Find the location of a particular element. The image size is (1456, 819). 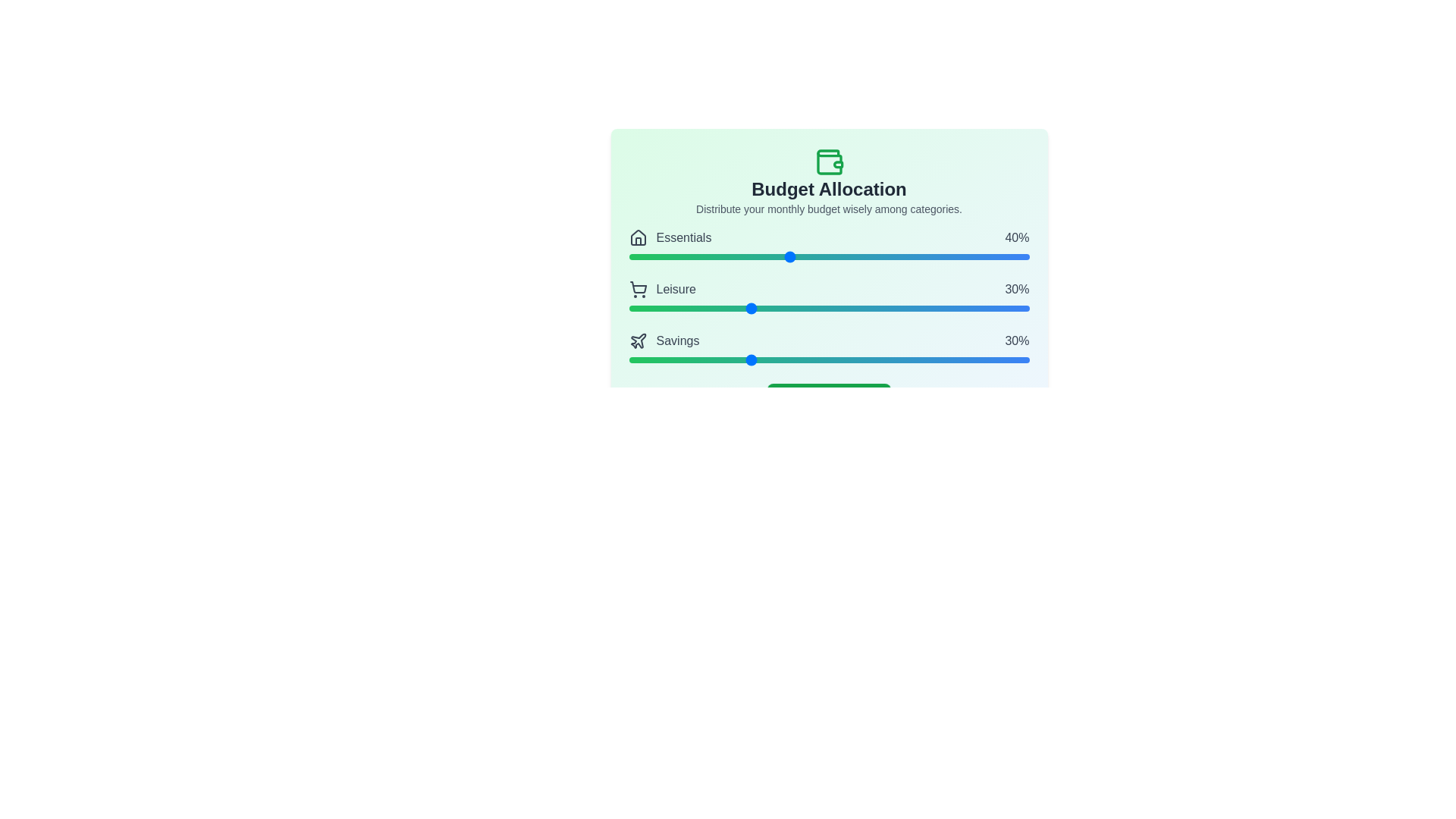

the 'Essentials' slider to 18% allocation is located at coordinates (700, 256).